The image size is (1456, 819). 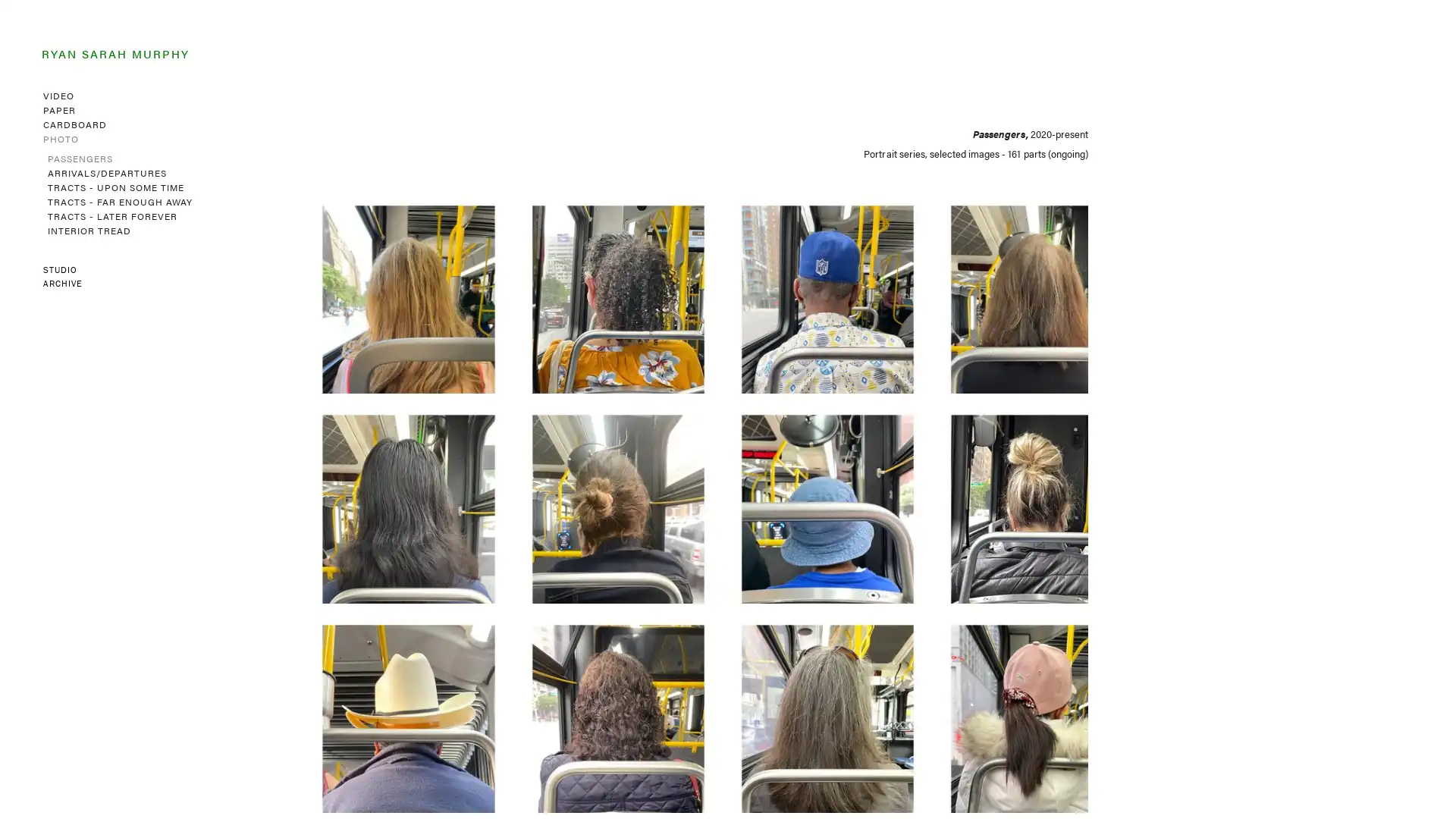 I want to click on View fullsize Passenger 159-.jpeg, so click(x=783, y=279).